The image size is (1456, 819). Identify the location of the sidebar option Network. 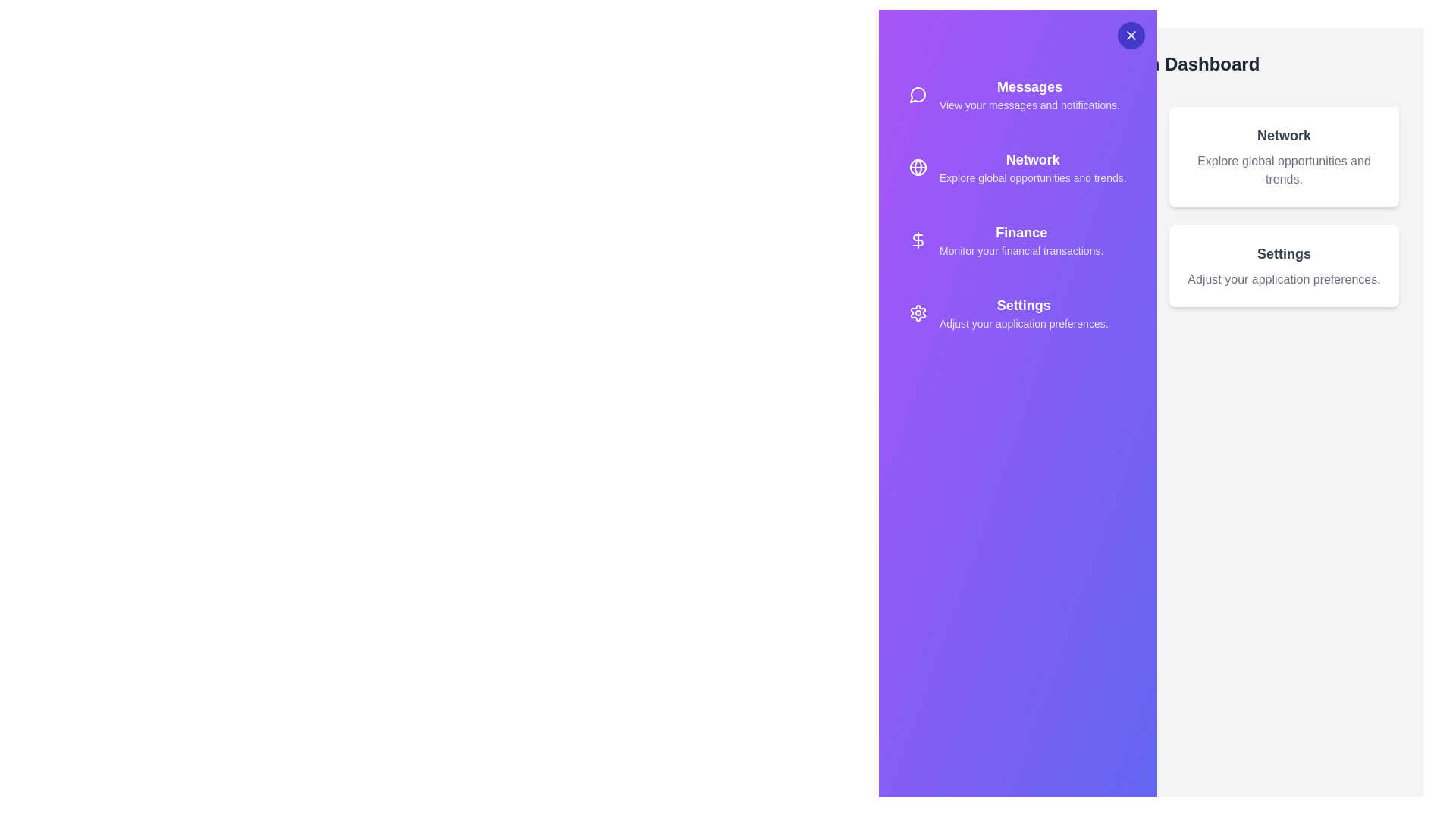
(1018, 167).